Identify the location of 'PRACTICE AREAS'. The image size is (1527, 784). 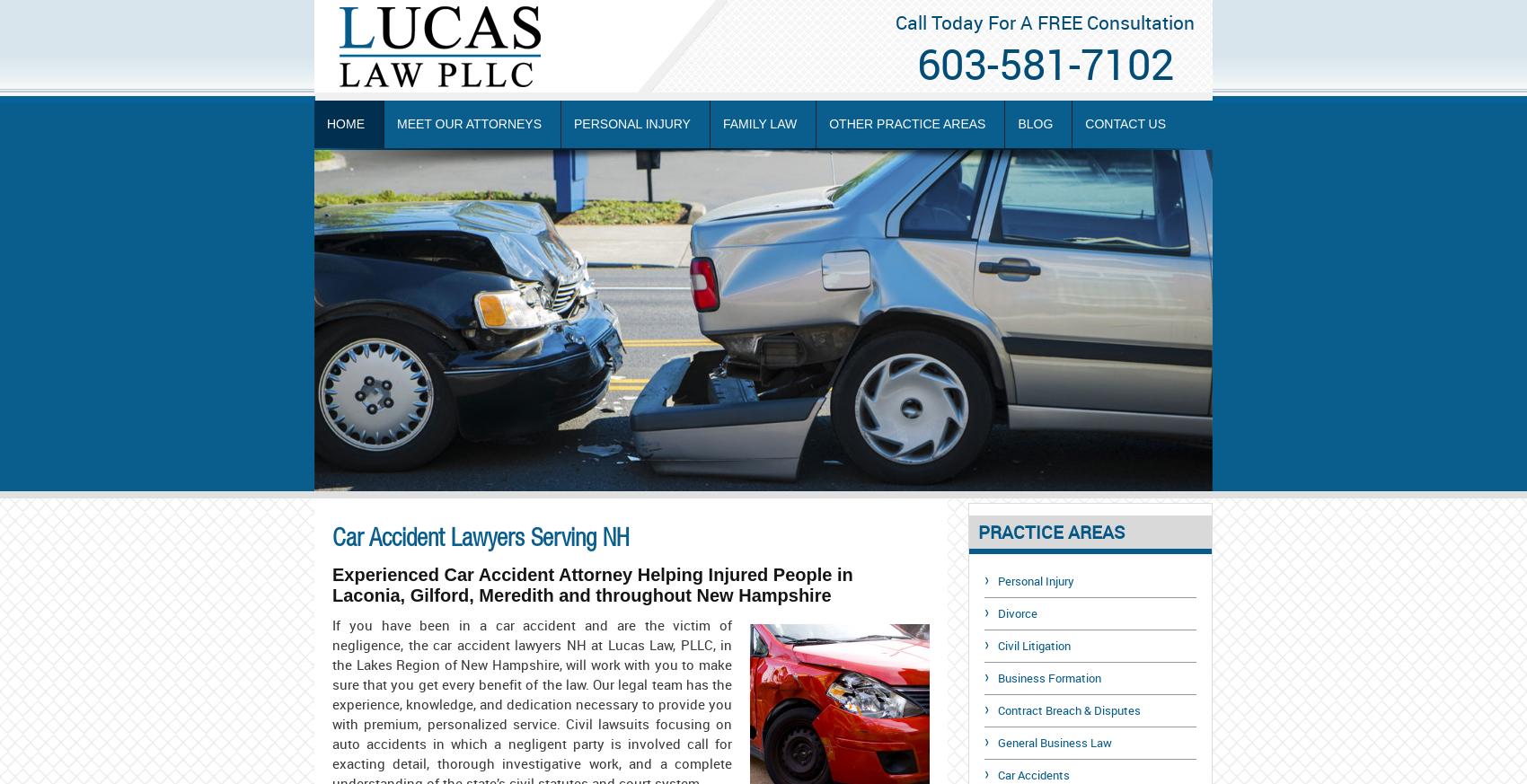
(1050, 531).